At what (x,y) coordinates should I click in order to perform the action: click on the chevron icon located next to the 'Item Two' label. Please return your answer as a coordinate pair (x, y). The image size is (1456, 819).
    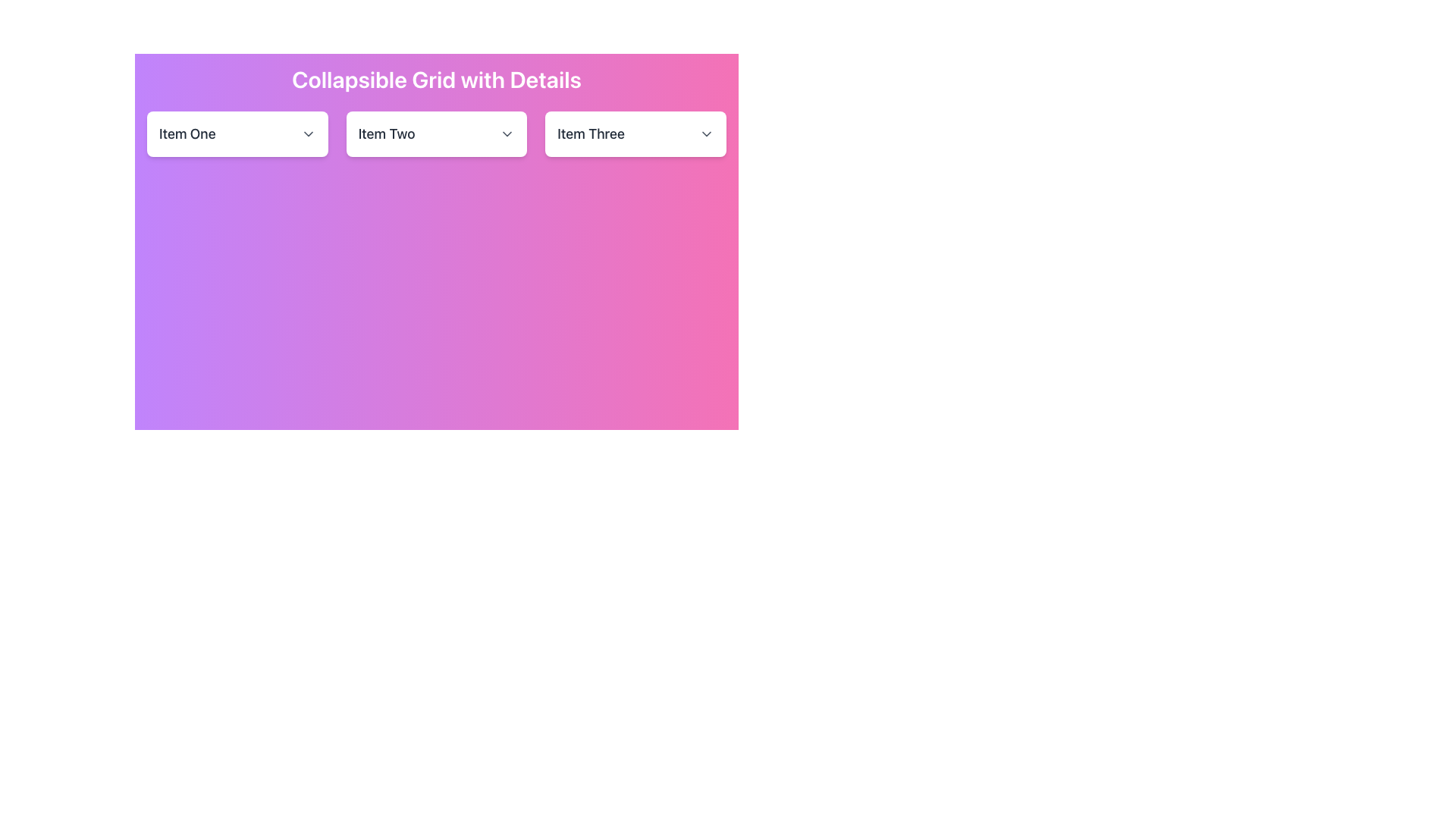
    Looking at the image, I should click on (507, 133).